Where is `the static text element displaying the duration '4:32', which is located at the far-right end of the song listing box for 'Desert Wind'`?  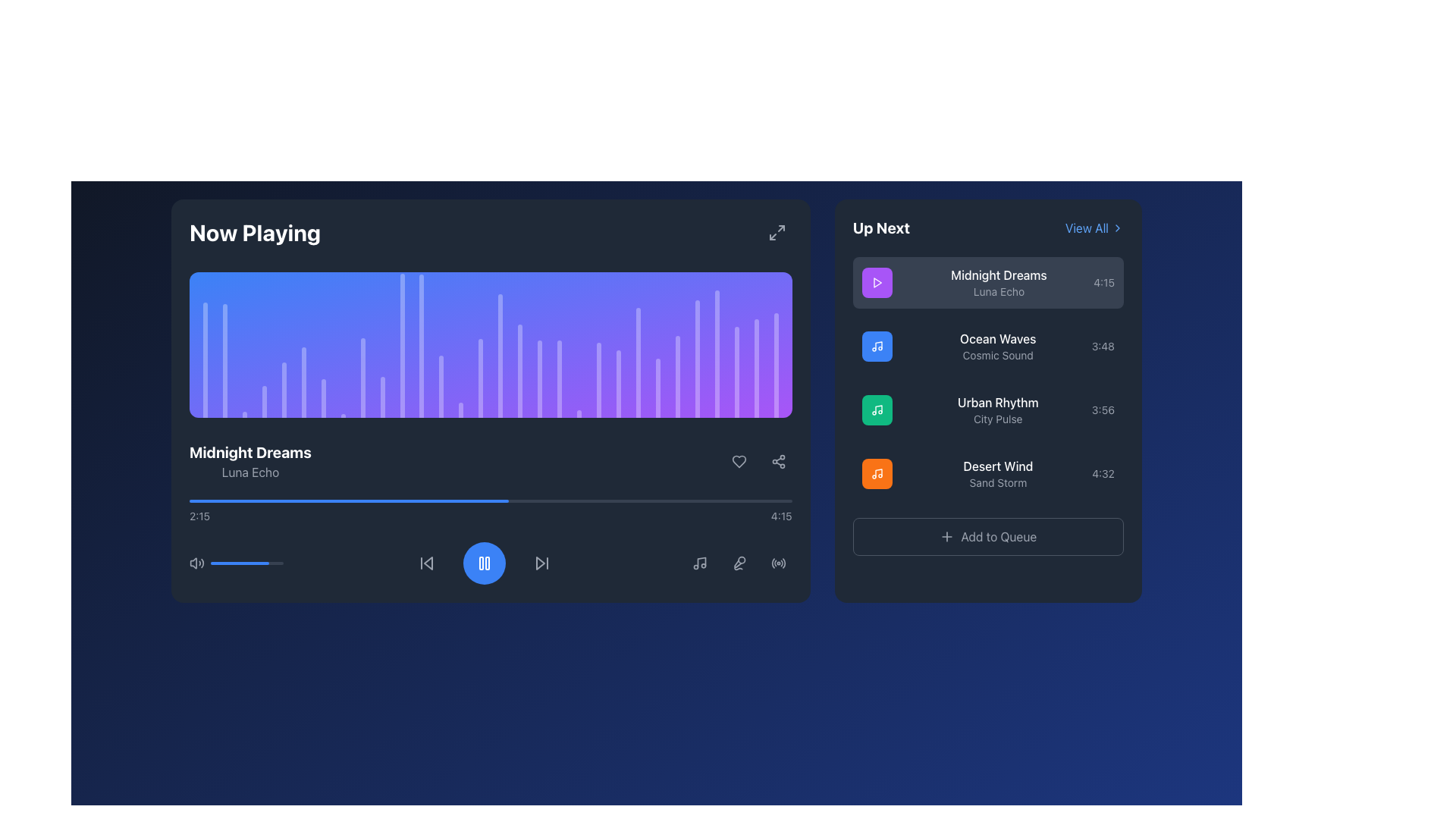 the static text element displaying the duration '4:32', which is located at the far-right end of the song listing box for 'Desert Wind' is located at coordinates (1103, 472).